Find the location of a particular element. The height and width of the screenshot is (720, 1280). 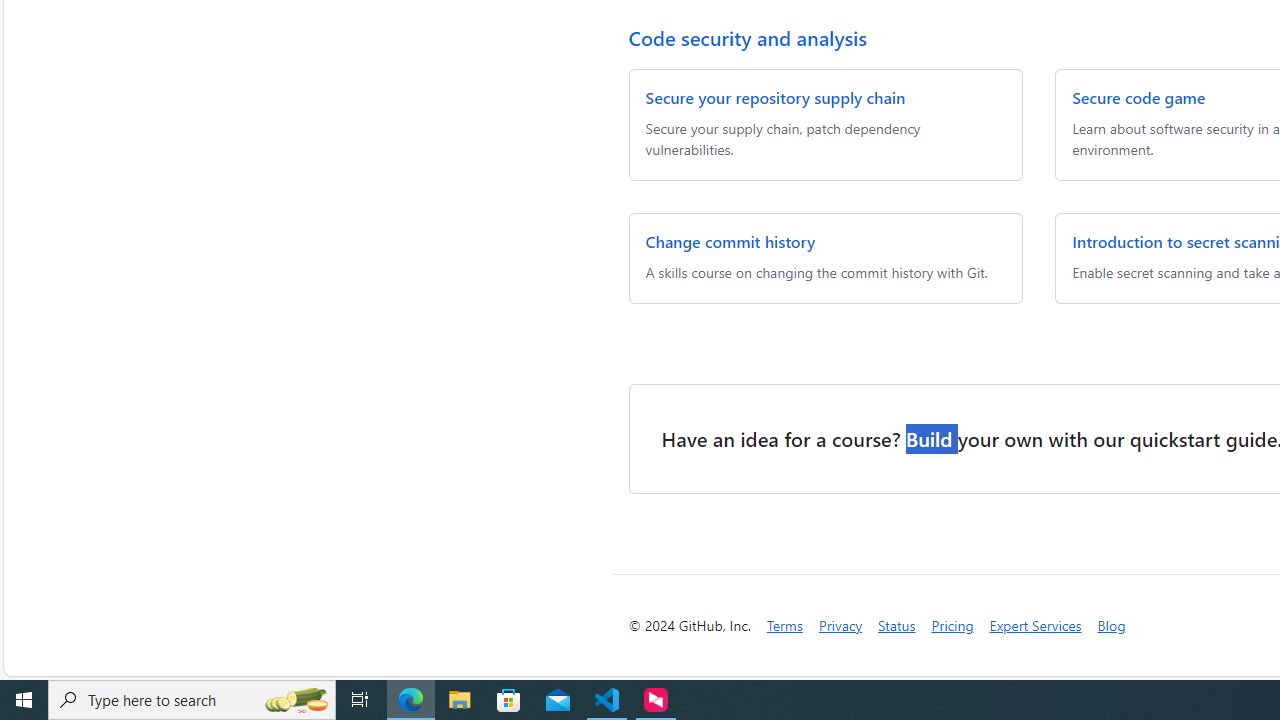

'Code security and analysis' is located at coordinates (746, 37).